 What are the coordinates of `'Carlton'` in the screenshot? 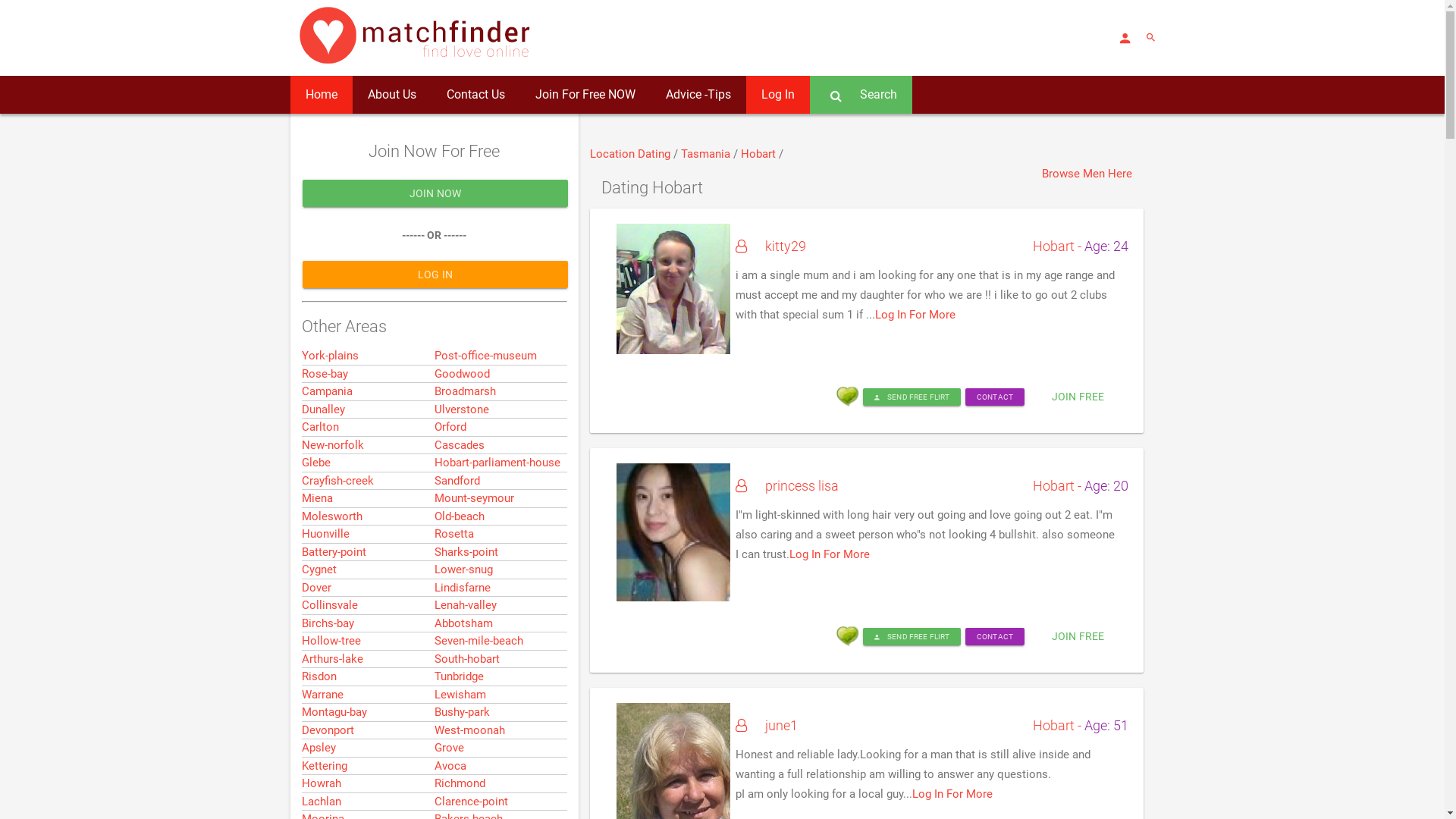 It's located at (319, 427).